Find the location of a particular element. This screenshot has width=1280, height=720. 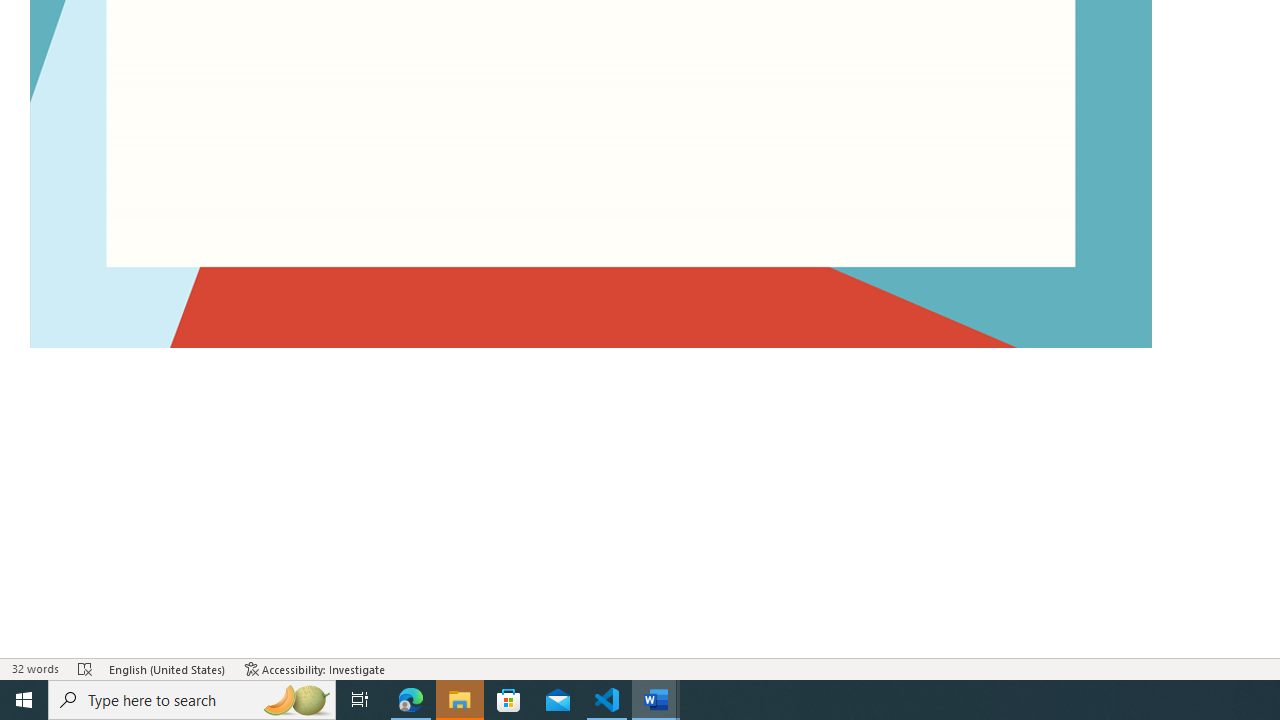

'Word Count 32 words' is located at coordinates (35, 669).